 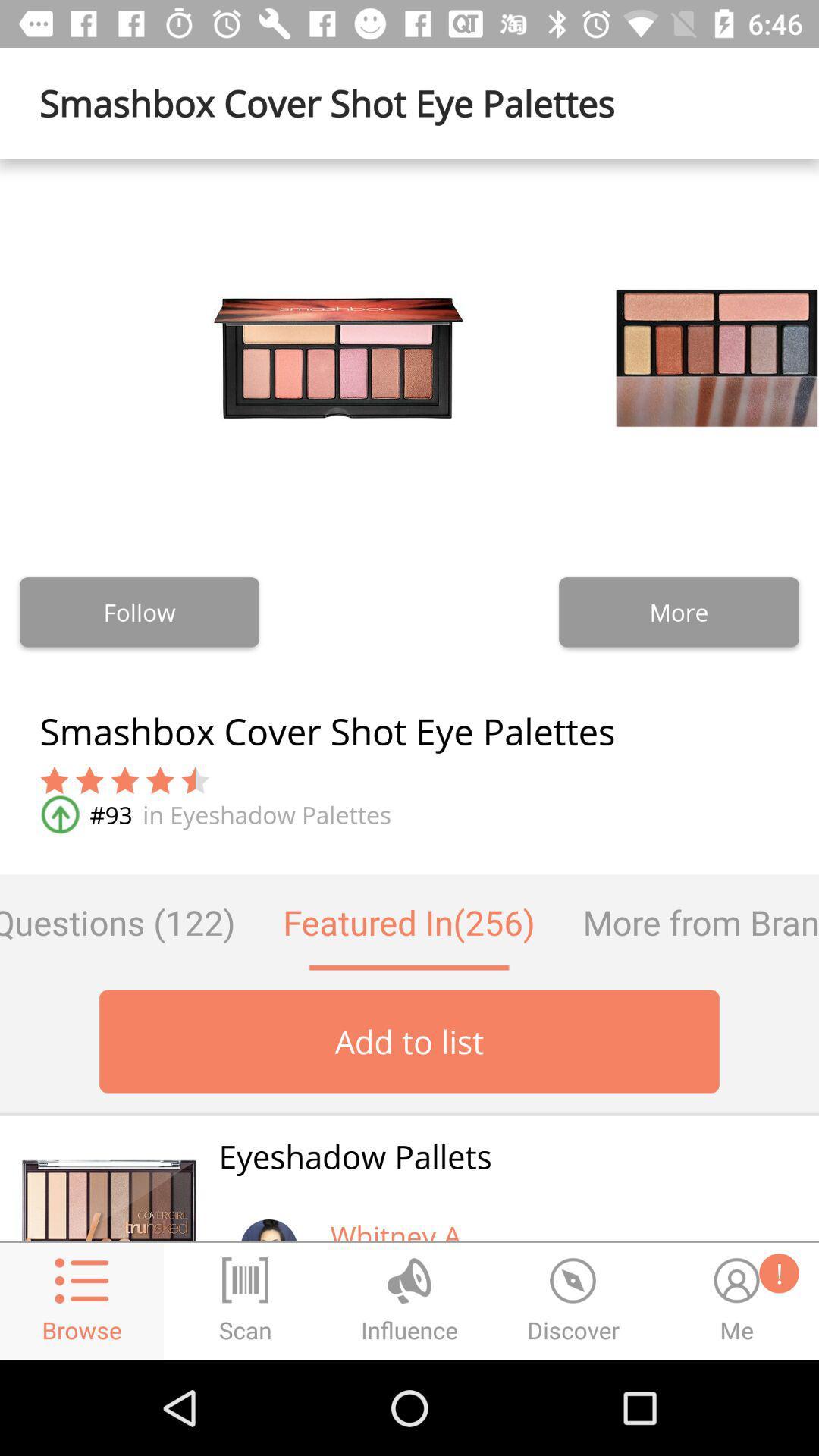 What do you see at coordinates (140, 612) in the screenshot?
I see `the follow` at bounding box center [140, 612].